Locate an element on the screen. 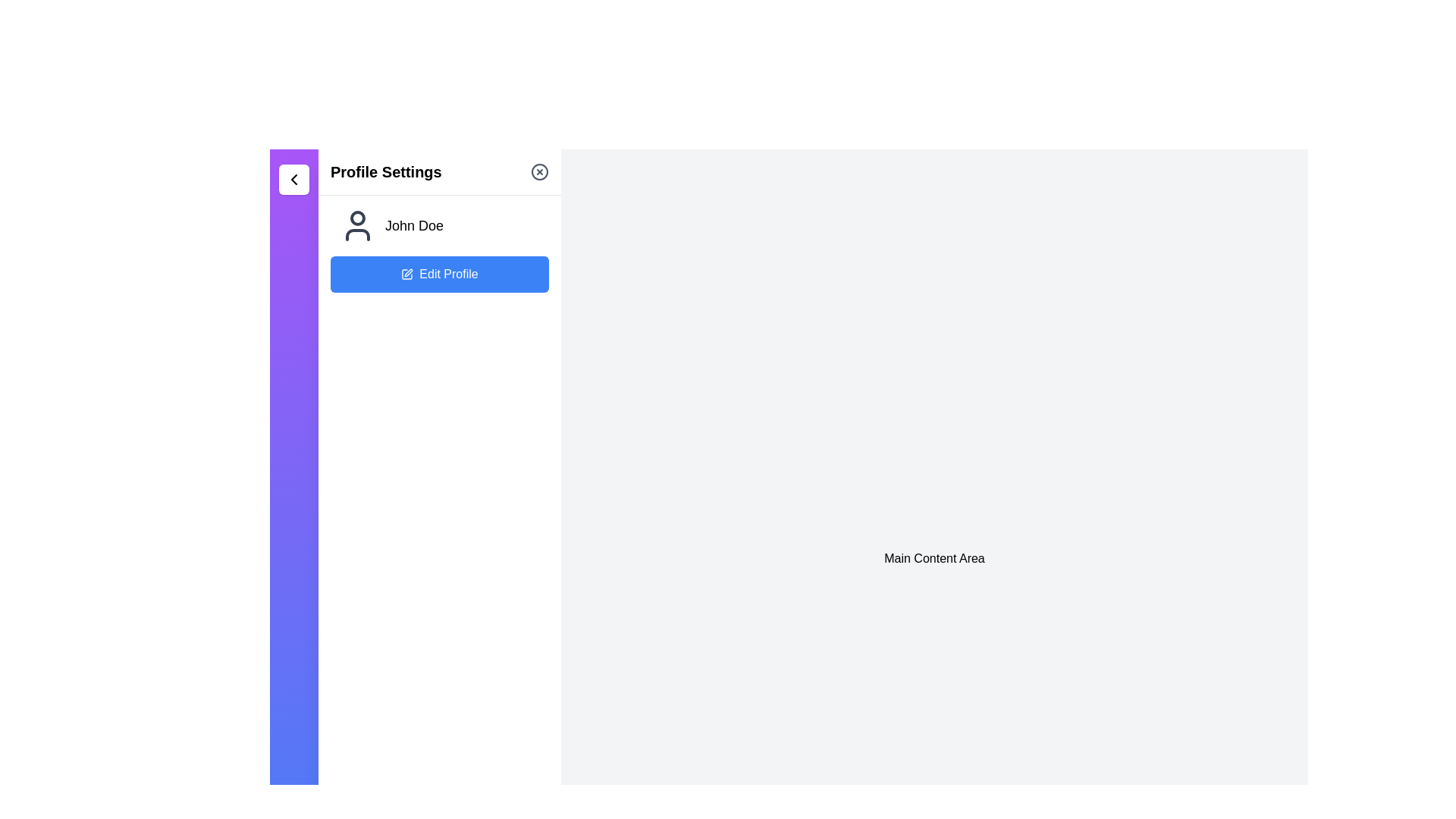 This screenshot has height=819, width=1456. the profile edit button located below 'John Doe' in the left panel is located at coordinates (439, 275).